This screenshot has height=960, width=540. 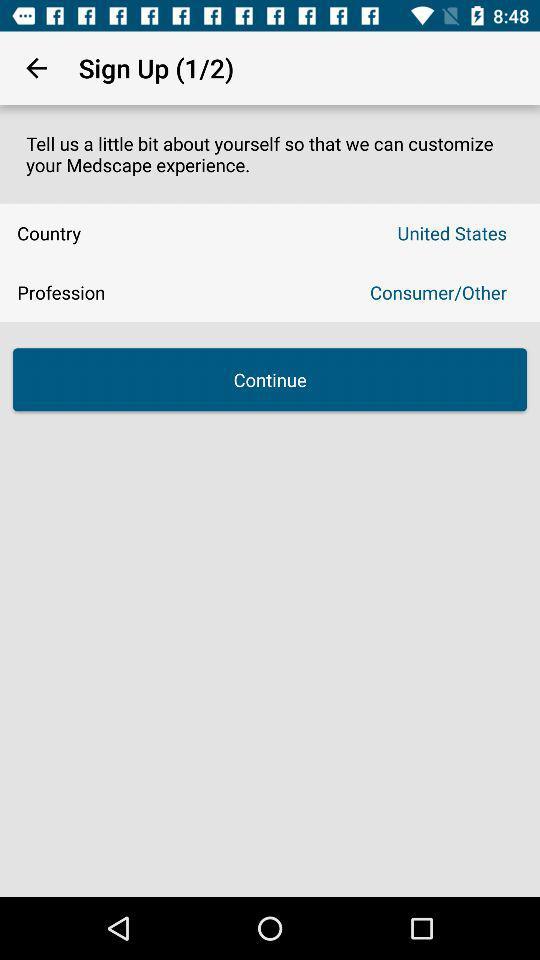 I want to click on app to the left of the sign up 1 icon, so click(x=36, y=68).